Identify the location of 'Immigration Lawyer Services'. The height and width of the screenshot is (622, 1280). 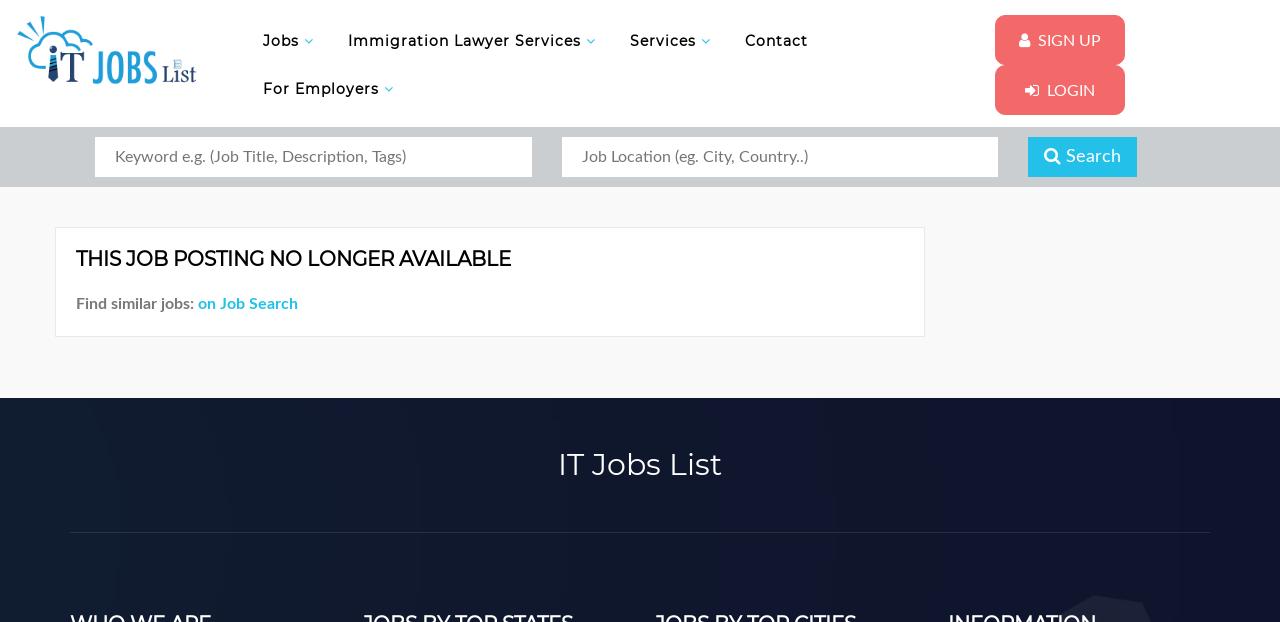
(465, 39).